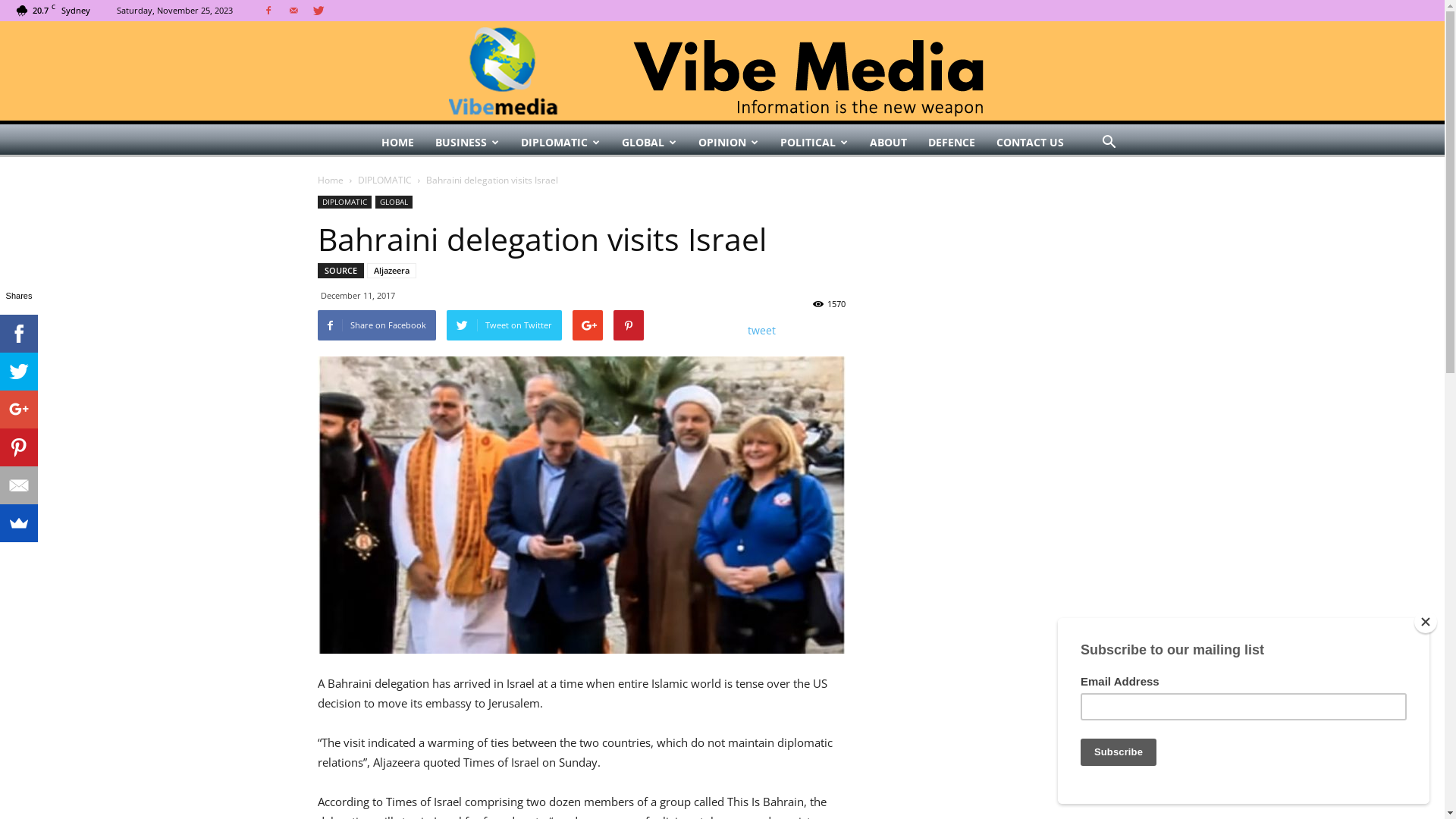 This screenshot has width=1456, height=819. Describe the element at coordinates (18, 522) in the screenshot. I see `'SumoMe'` at that location.